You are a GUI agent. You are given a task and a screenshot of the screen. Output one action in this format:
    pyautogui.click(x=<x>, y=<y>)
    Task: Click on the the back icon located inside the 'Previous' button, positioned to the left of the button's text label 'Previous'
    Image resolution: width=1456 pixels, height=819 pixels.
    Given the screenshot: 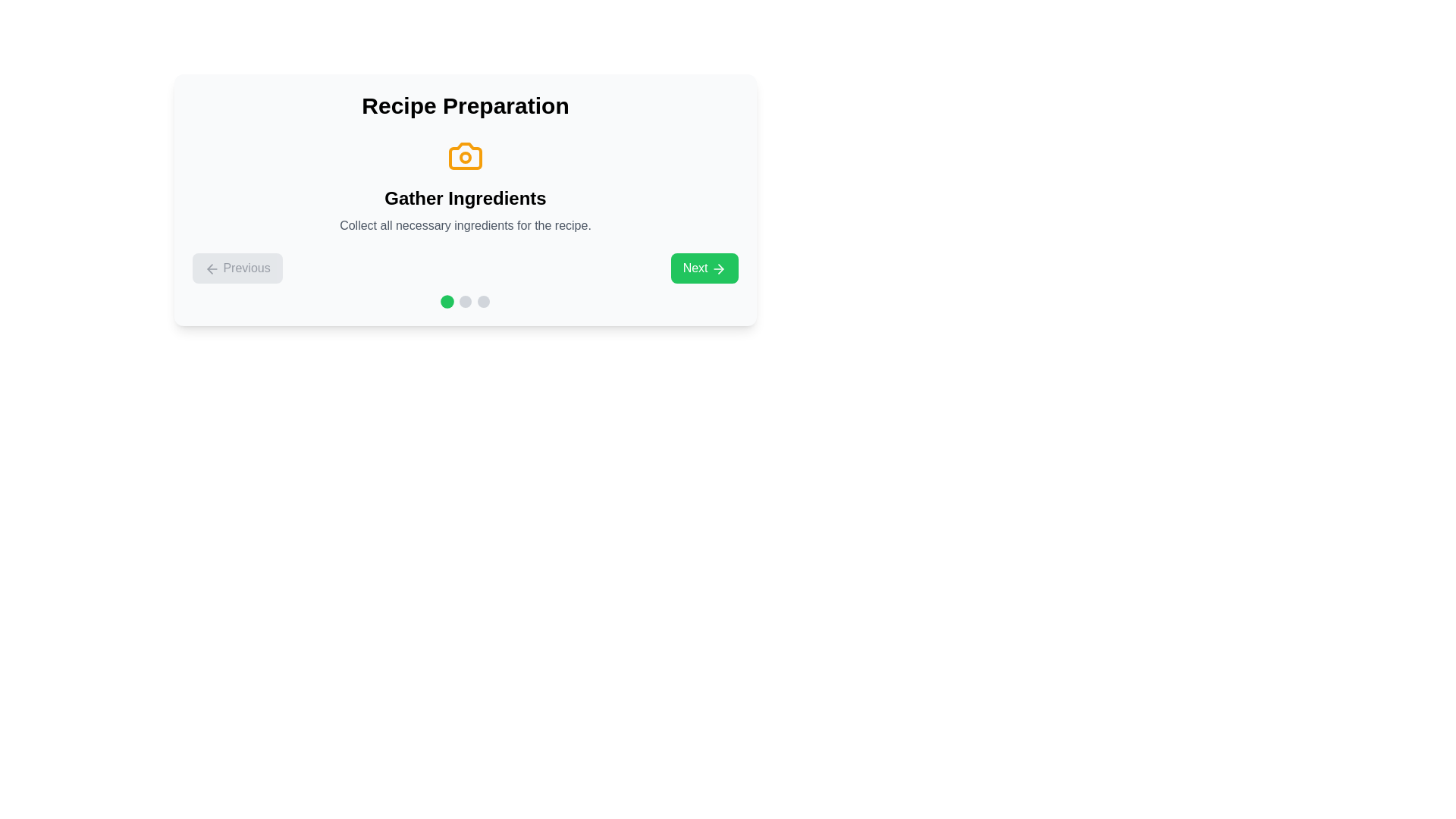 What is the action you would take?
    pyautogui.click(x=211, y=268)
    